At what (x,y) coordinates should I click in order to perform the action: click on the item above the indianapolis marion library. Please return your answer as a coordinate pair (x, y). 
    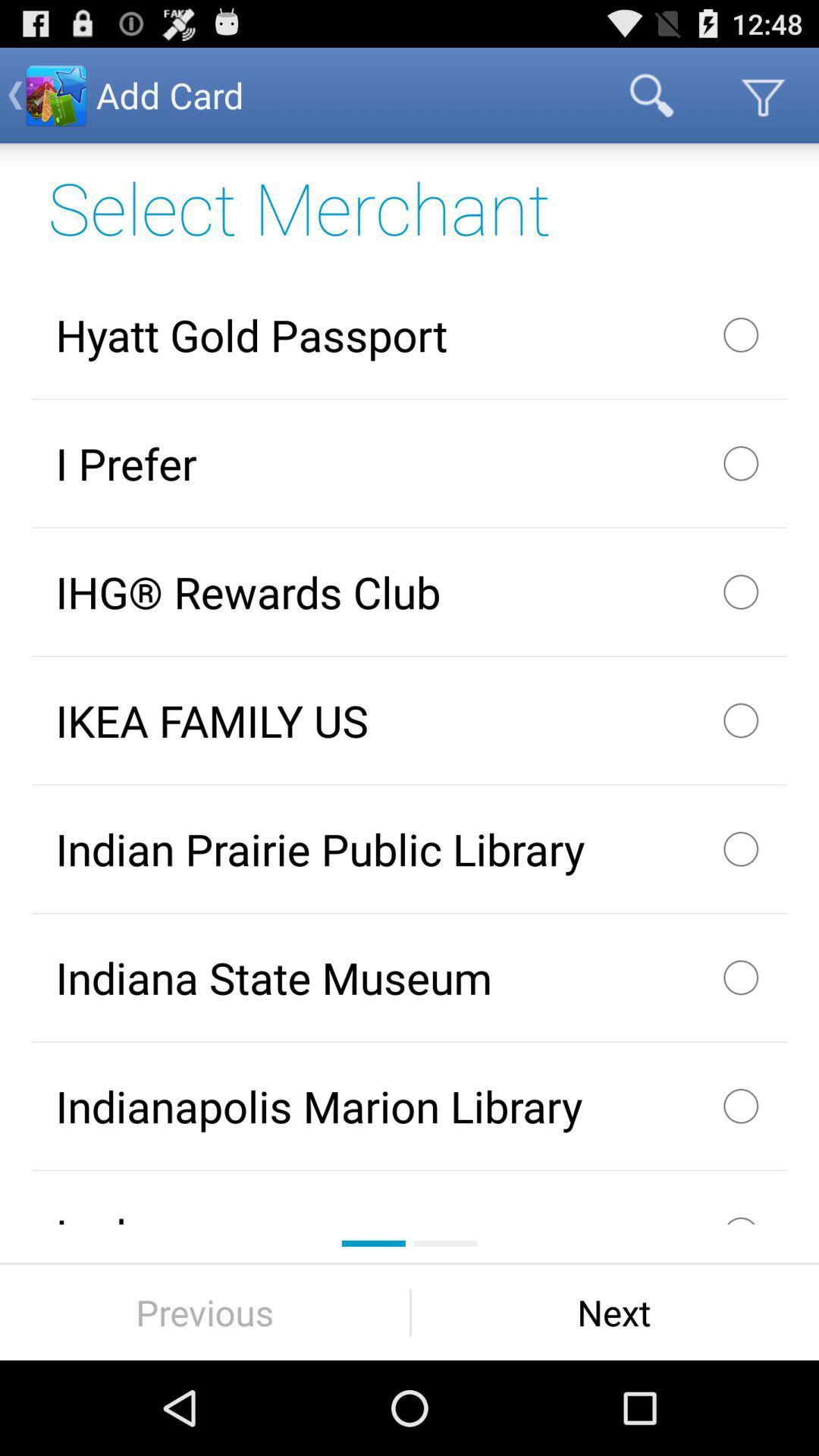
    Looking at the image, I should click on (409, 977).